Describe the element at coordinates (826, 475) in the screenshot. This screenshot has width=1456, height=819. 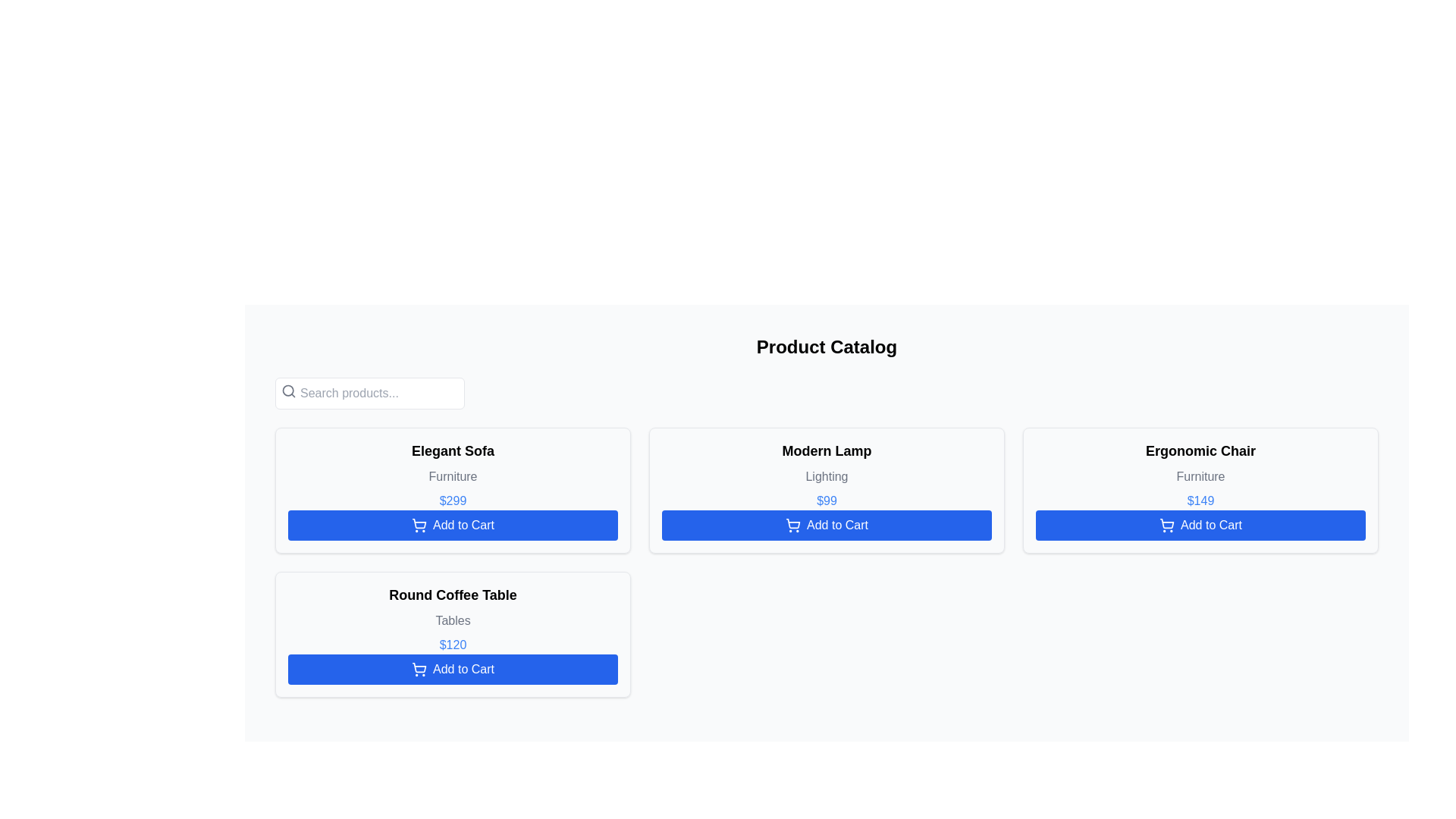
I see `the label categorizing the product as part of the lighting collection, located under the title 'Modern Lamp' on the second product card in the top row` at that location.